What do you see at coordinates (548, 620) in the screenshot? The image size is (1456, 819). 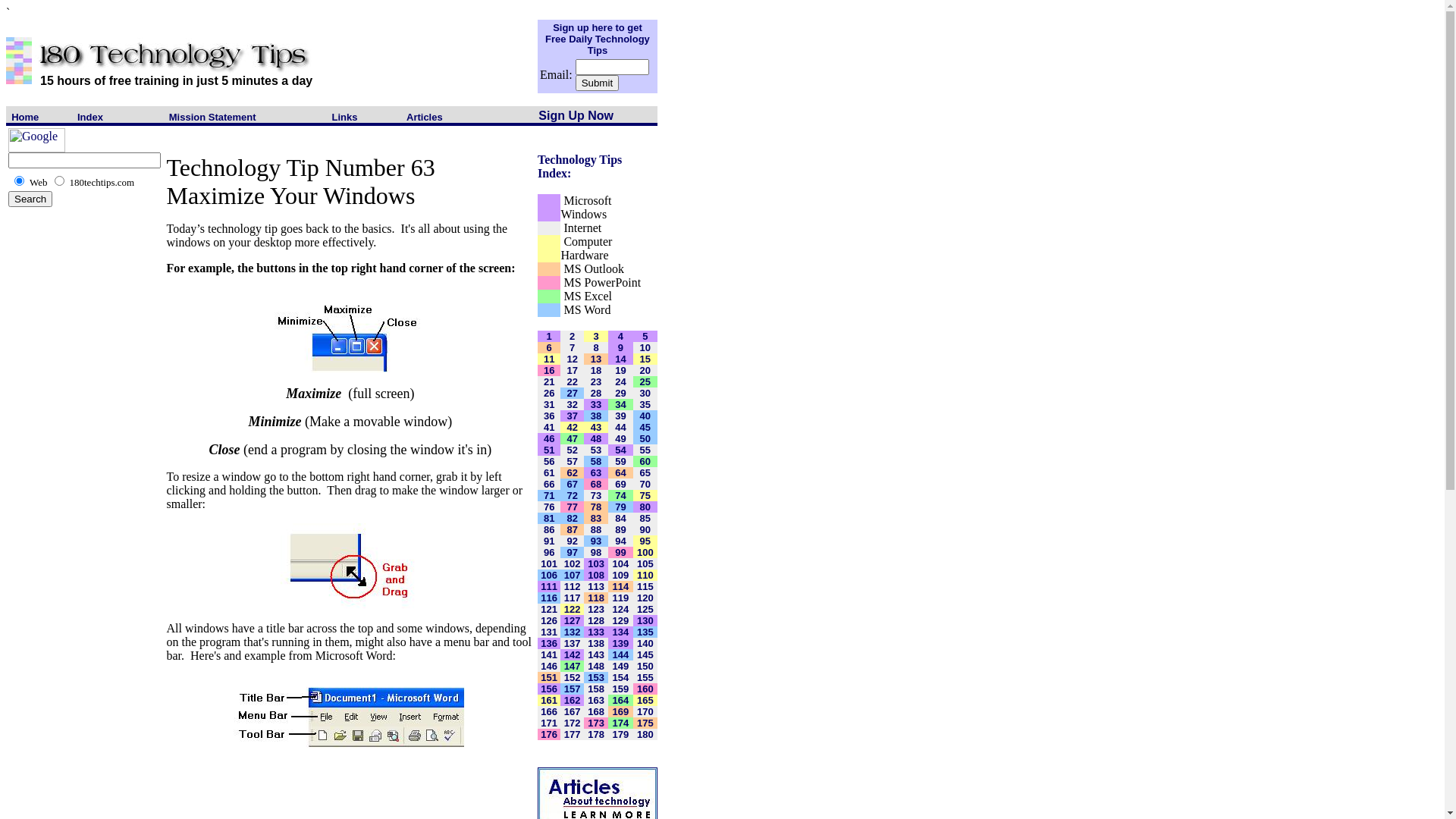 I see `'126'` at bounding box center [548, 620].